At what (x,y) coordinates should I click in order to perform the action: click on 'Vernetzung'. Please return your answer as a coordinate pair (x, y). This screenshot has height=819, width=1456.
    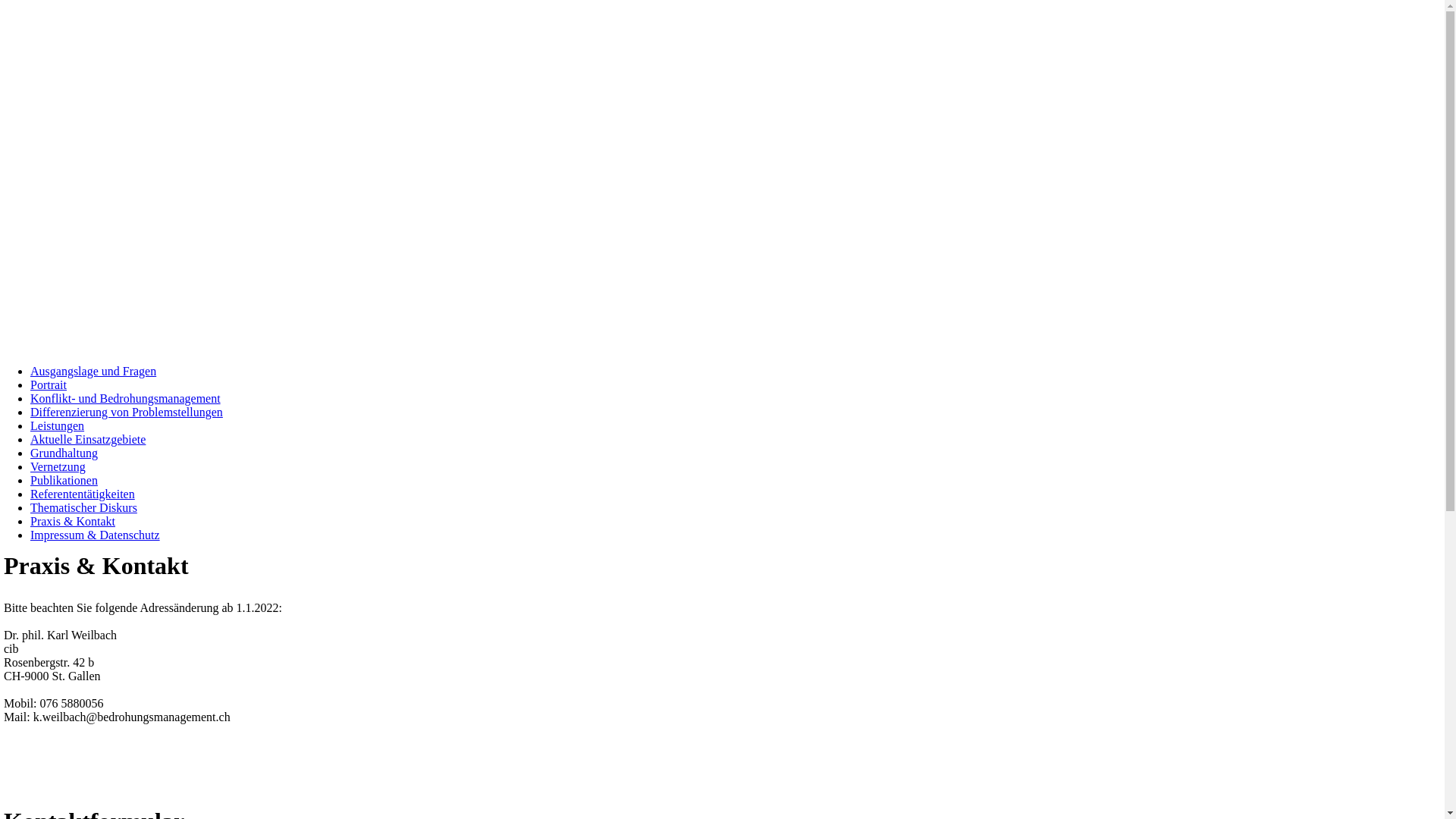
    Looking at the image, I should click on (30, 466).